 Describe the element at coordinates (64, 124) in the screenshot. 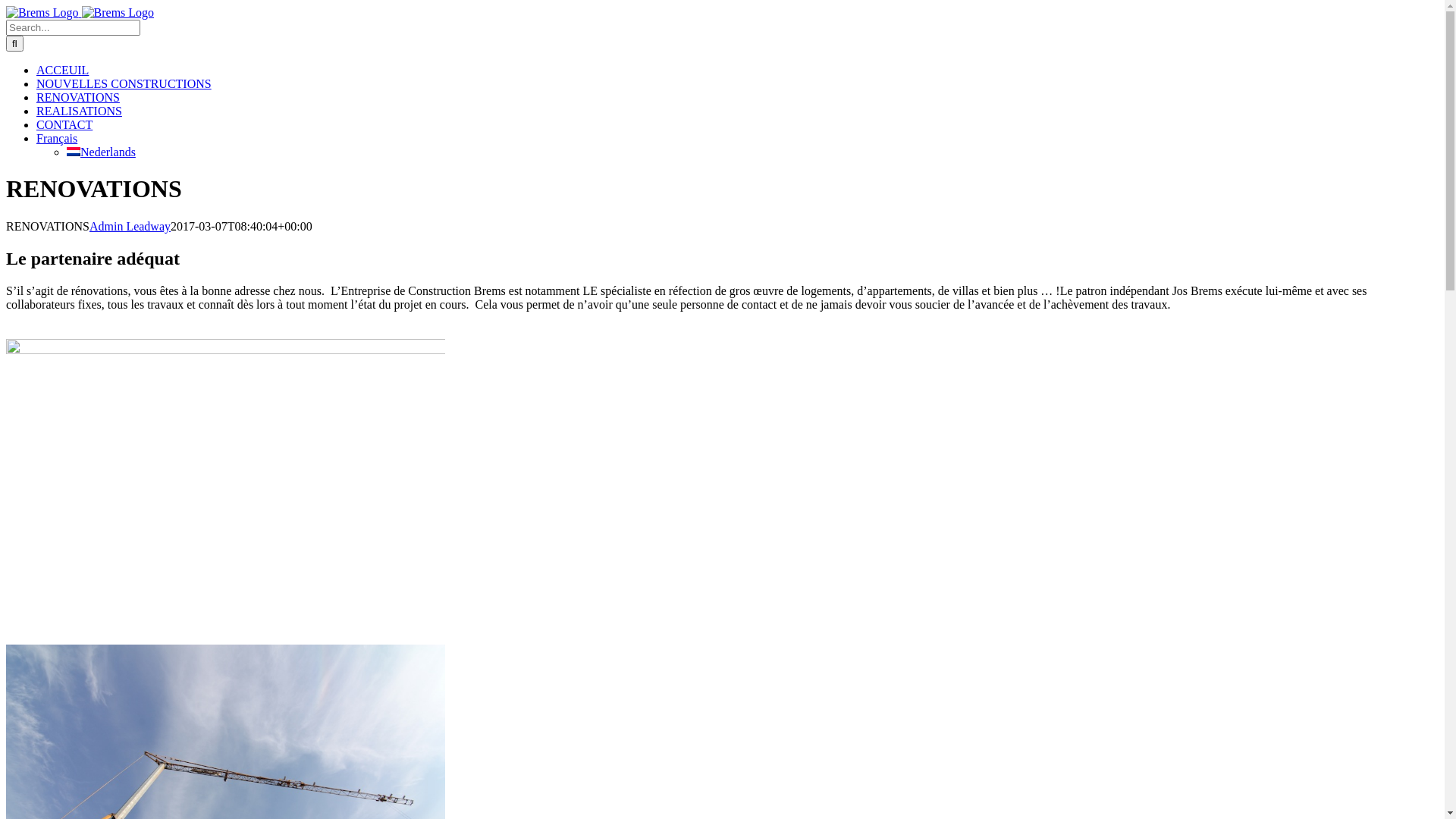

I see `'CONTACT'` at that location.